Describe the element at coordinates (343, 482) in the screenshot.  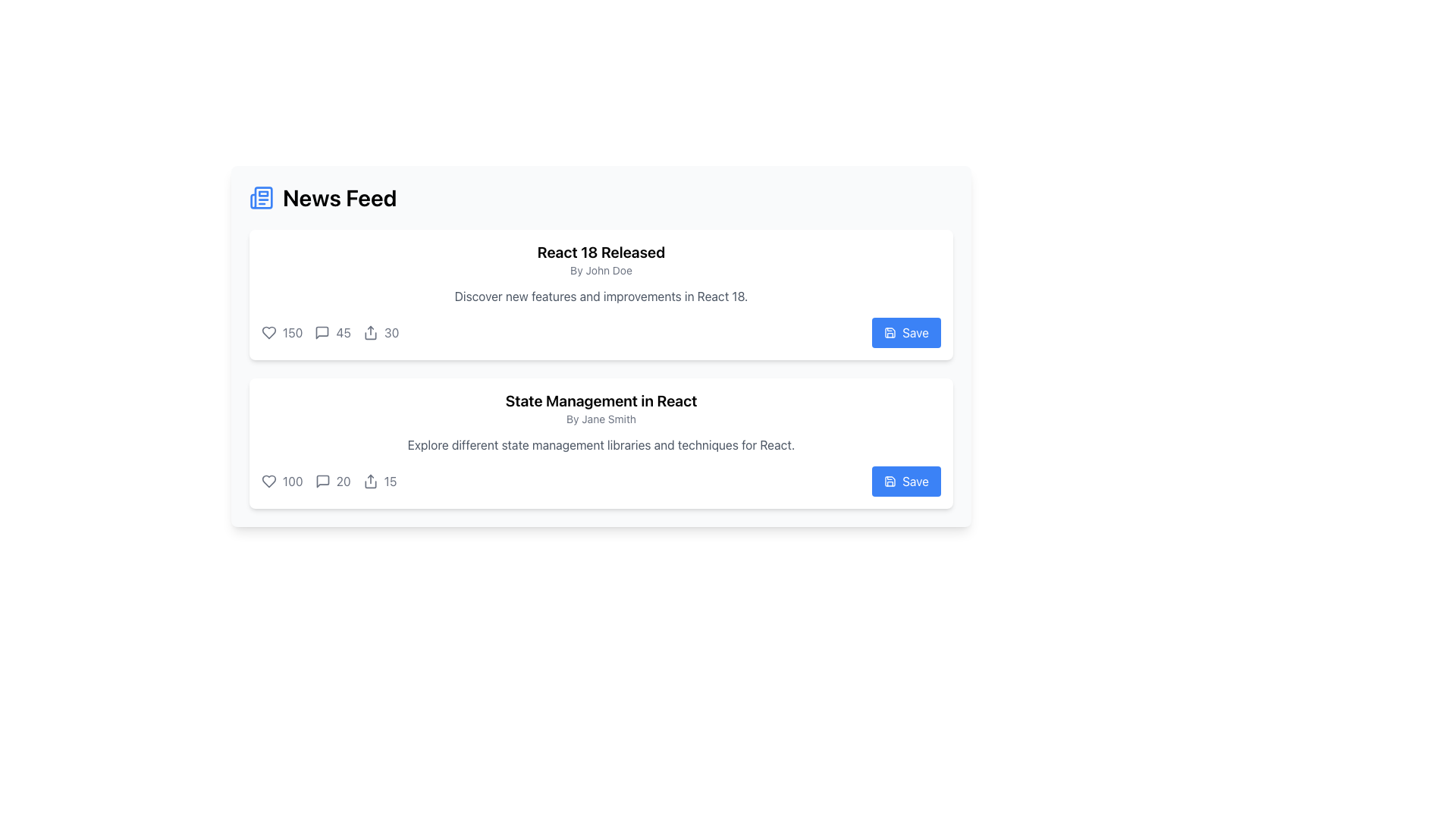
I see `the Static Text Label displaying the number '20' located in the metadata section of the second news card, positioned horizontally after a speech bubble icon` at that location.